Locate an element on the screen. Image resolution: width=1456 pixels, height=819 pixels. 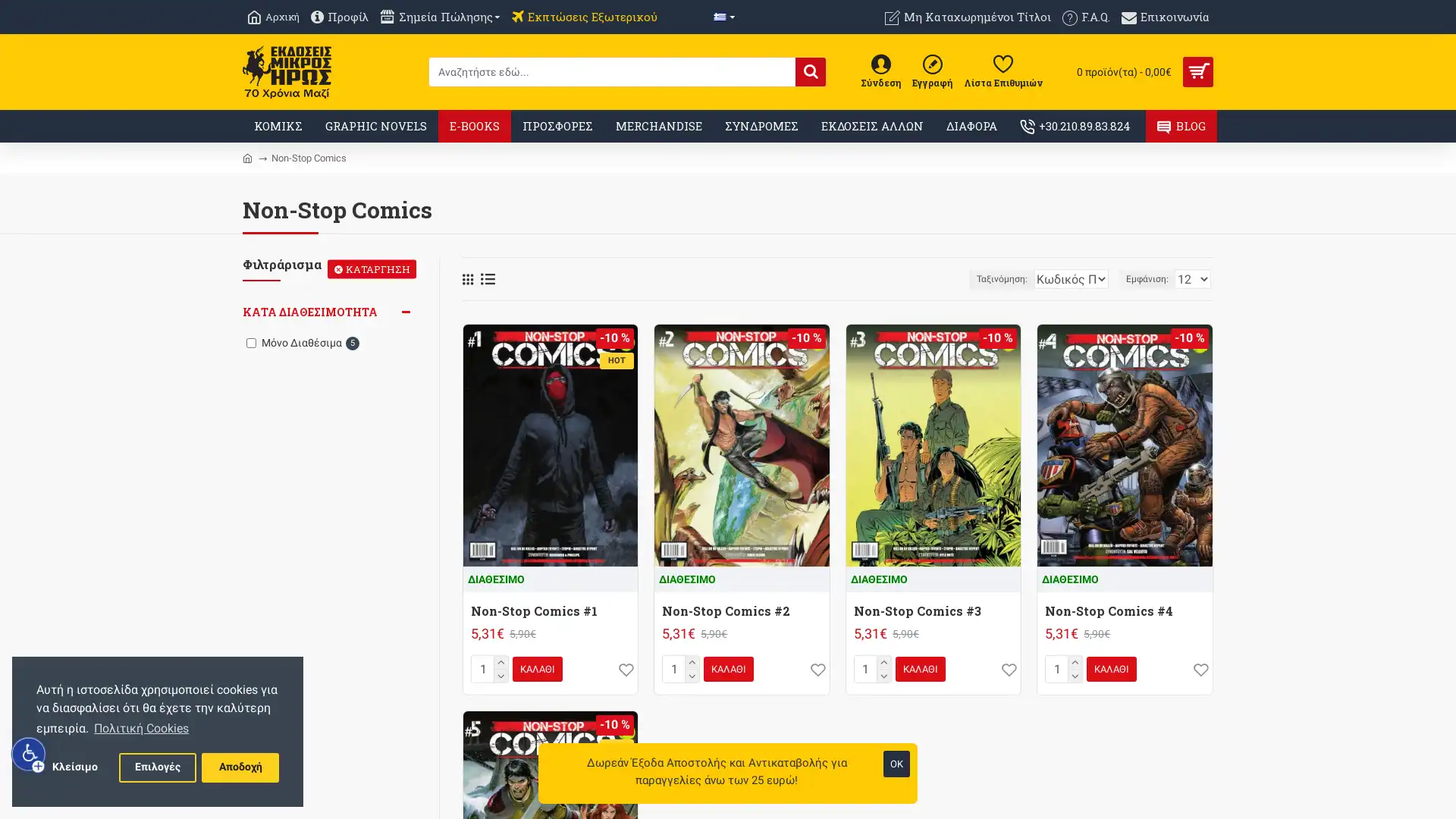
OK is located at coordinates (896, 764).